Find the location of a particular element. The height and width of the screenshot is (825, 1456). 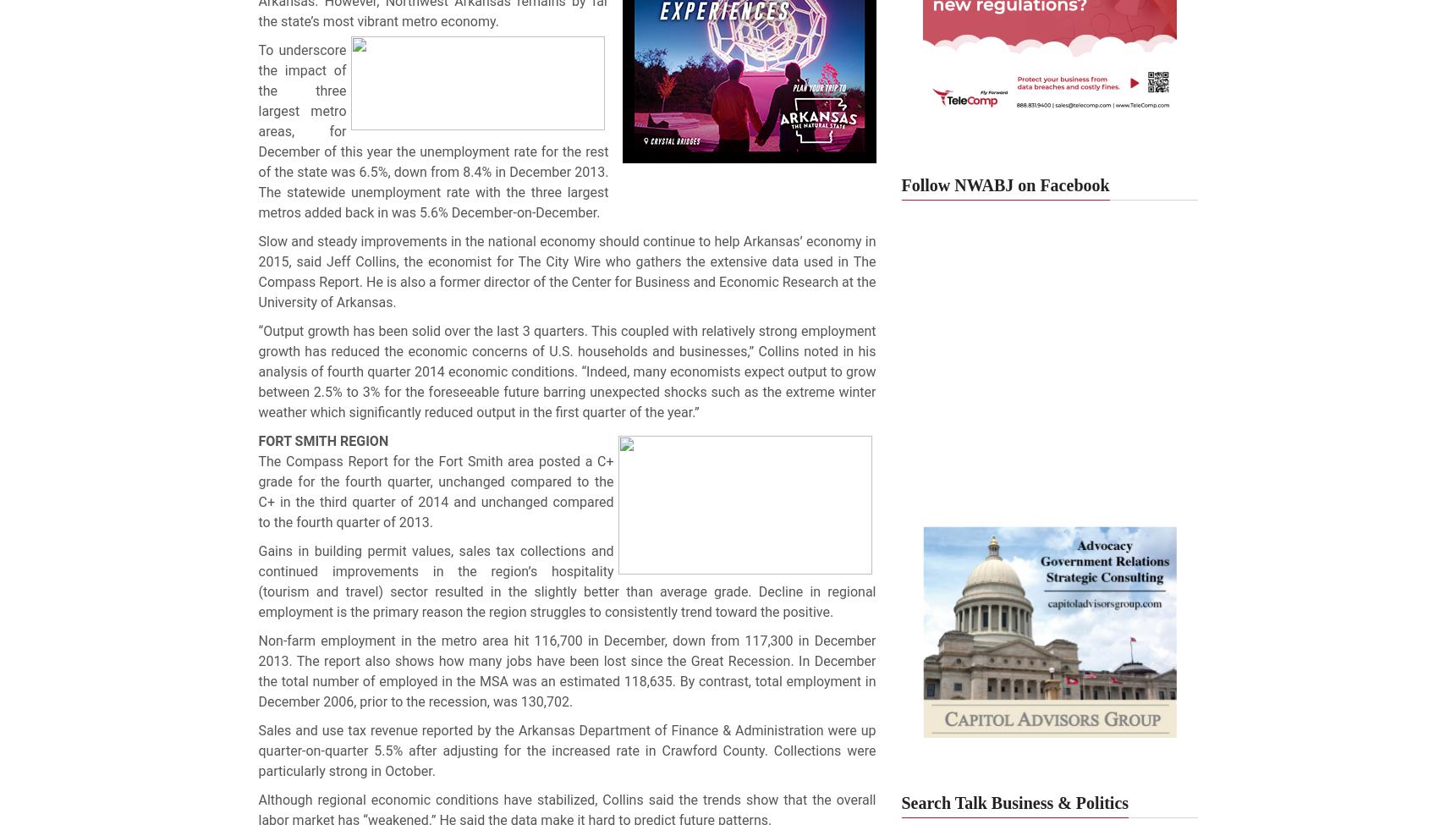

'To underscore the impact of the three largest metro areas, for December of this year the unemployment rate for the rest of the state was 6.5%, down from 8.4% in December 2013. The statewide unemployment rate with the three largest metros added back in was 5.6% December-on-December.' is located at coordinates (432, 130).